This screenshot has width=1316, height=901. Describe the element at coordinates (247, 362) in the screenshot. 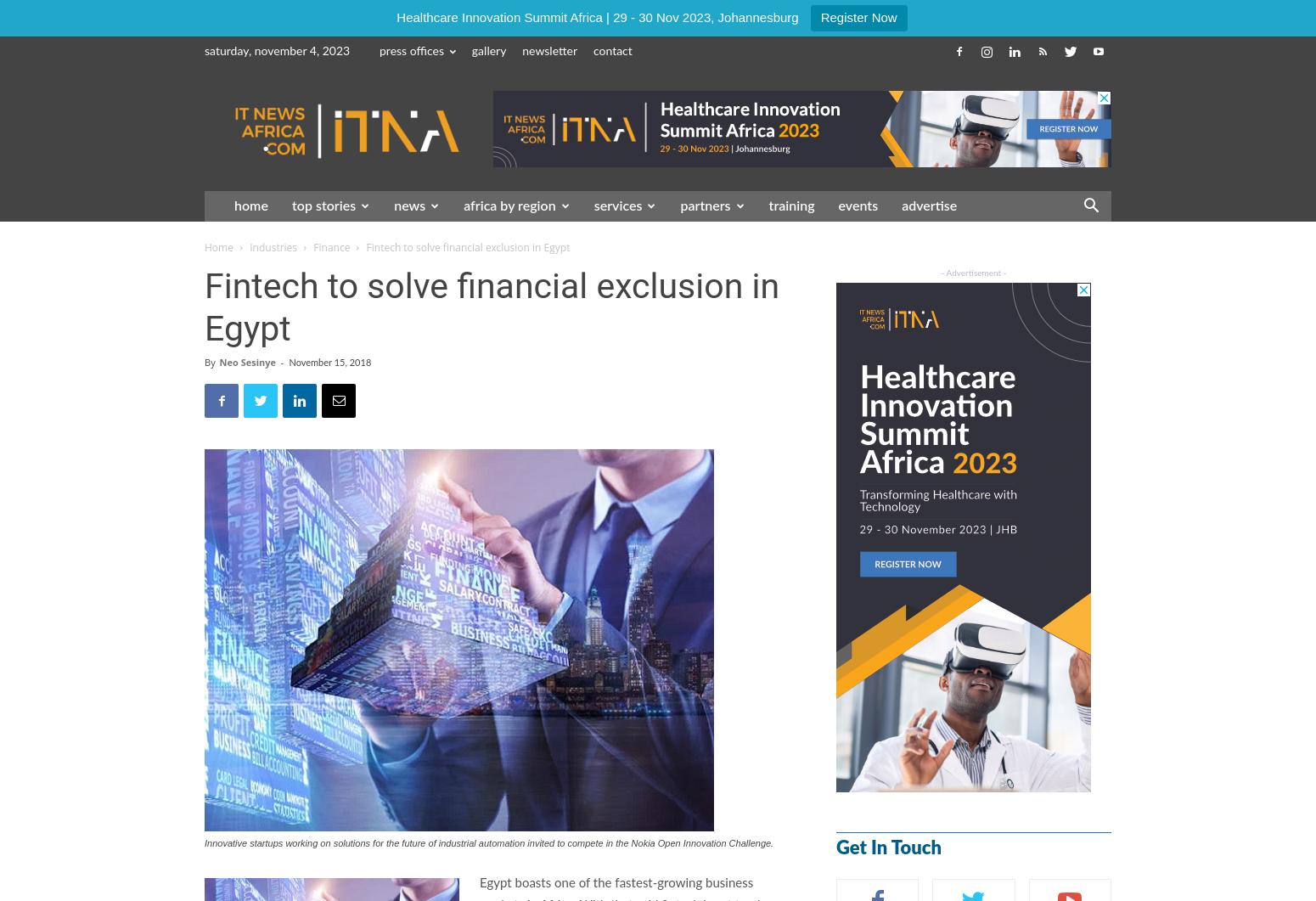

I see `'Neo Sesinye'` at that location.